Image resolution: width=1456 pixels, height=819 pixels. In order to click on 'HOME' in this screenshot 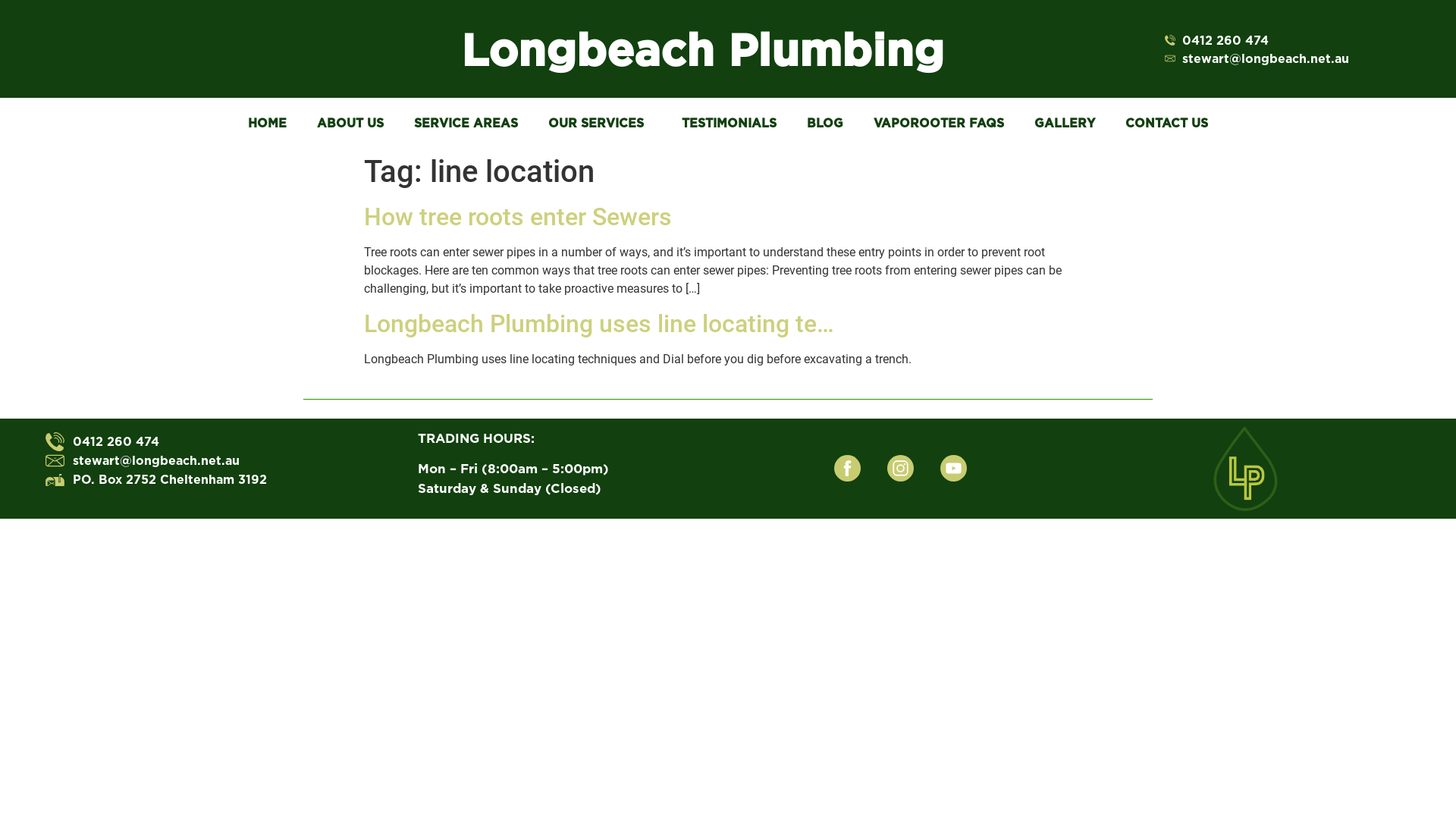, I will do `click(232, 122)`.